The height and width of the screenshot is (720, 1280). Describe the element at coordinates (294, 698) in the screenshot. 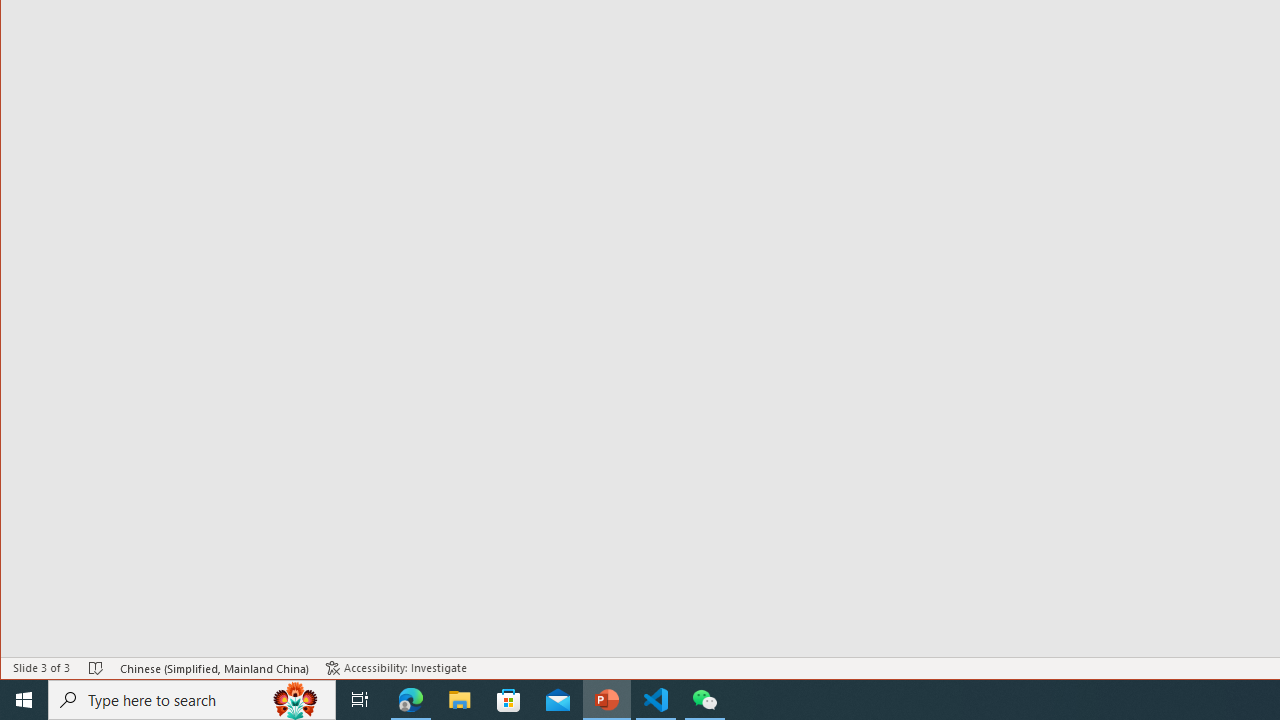

I see `'Search highlights icon opens search home window'` at that location.